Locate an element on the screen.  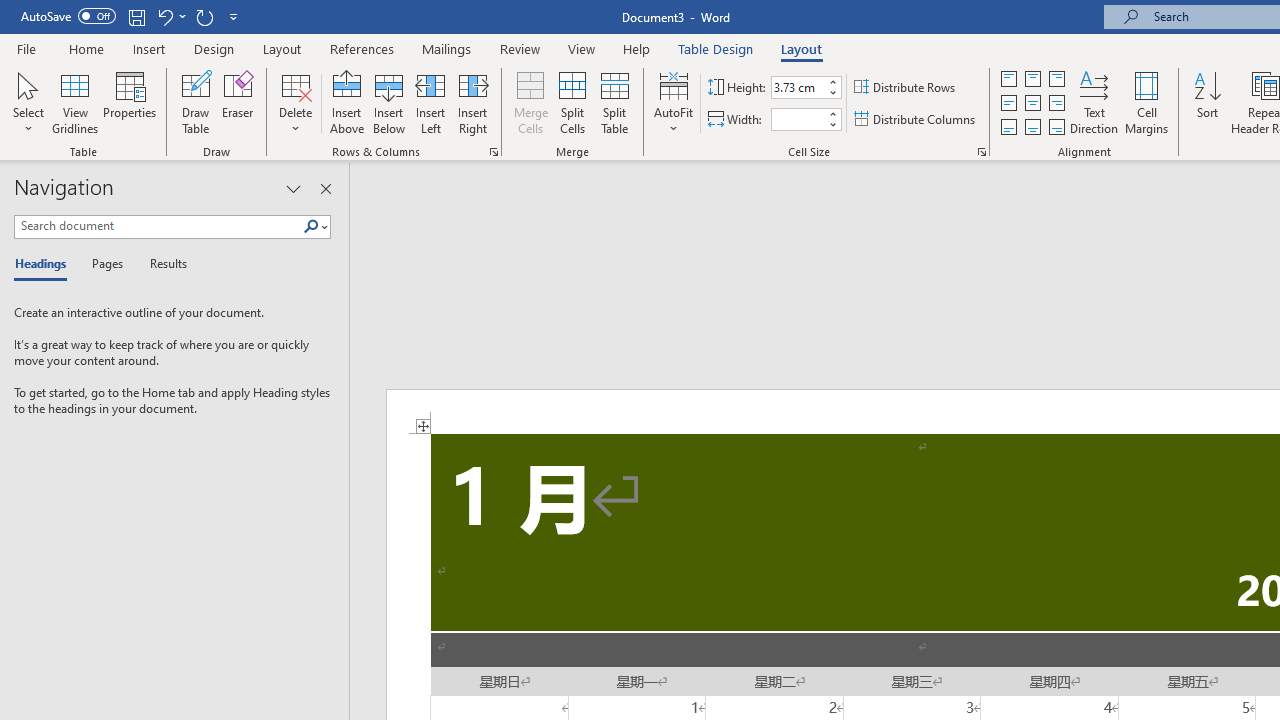
'Table Row Height' is located at coordinates (797, 86).